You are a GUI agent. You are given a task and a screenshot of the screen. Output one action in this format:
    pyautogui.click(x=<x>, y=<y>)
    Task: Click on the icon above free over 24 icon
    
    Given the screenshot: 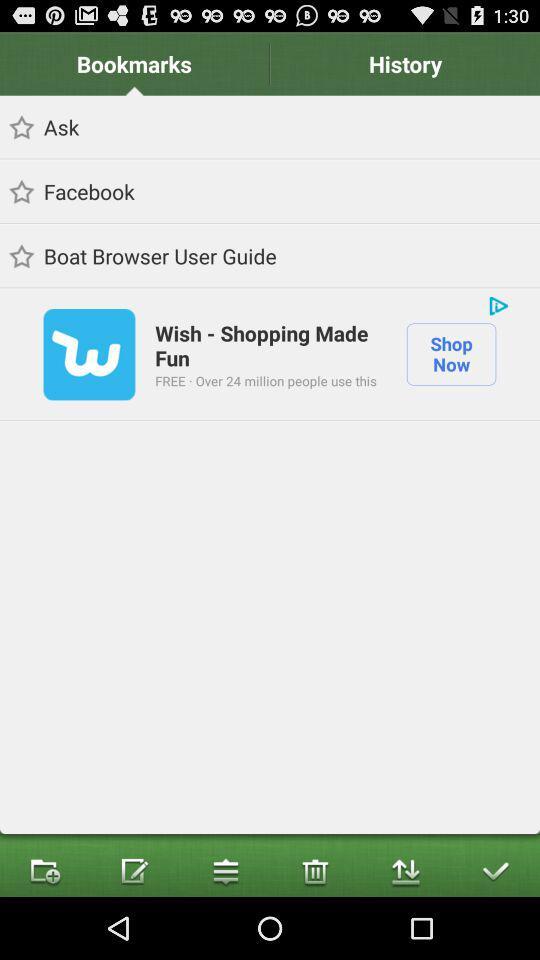 What is the action you would take?
    pyautogui.click(x=270, y=345)
    